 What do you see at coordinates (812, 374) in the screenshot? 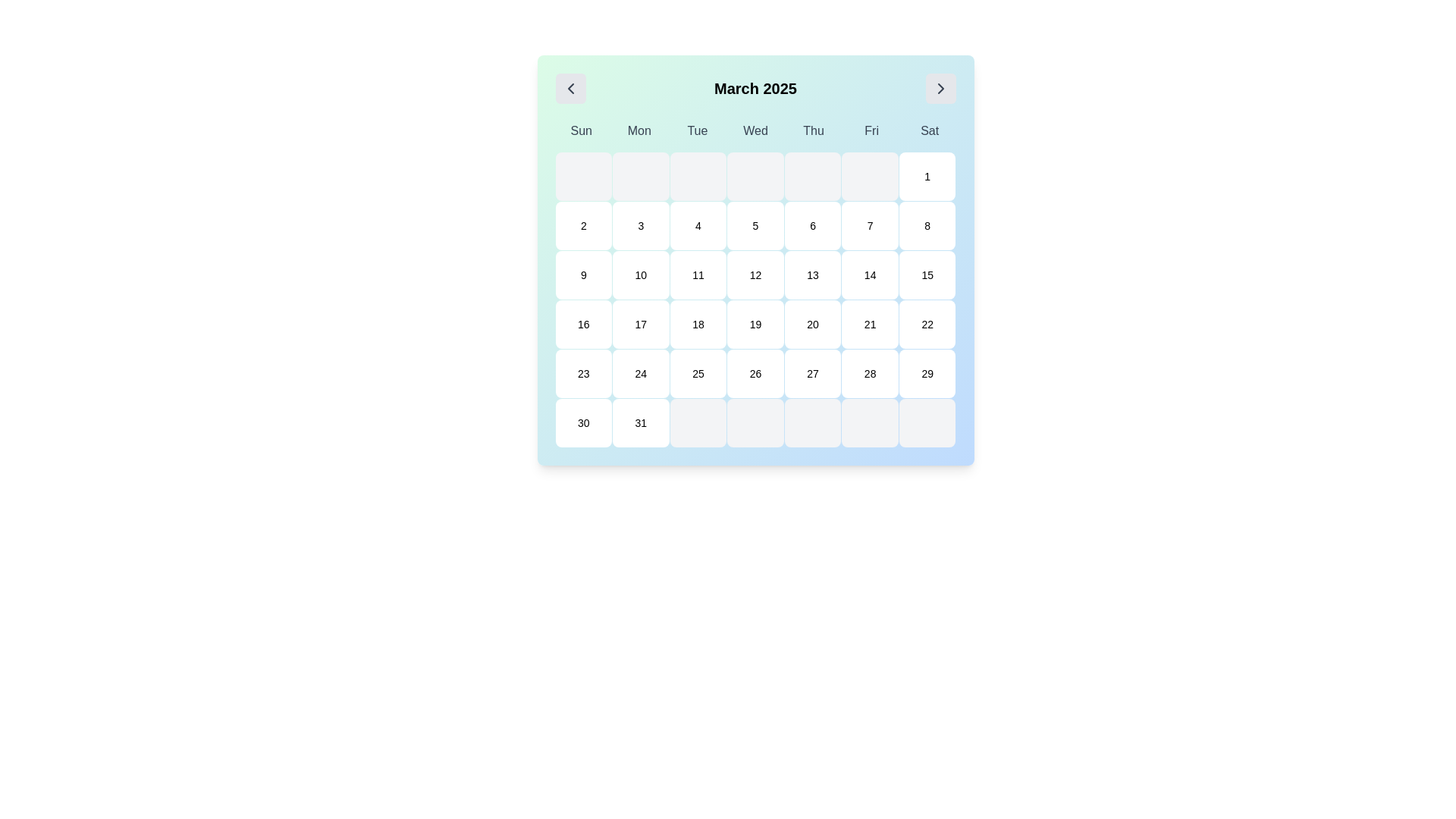
I see `the button displaying the date '27' in the March 2025 calendar` at bounding box center [812, 374].